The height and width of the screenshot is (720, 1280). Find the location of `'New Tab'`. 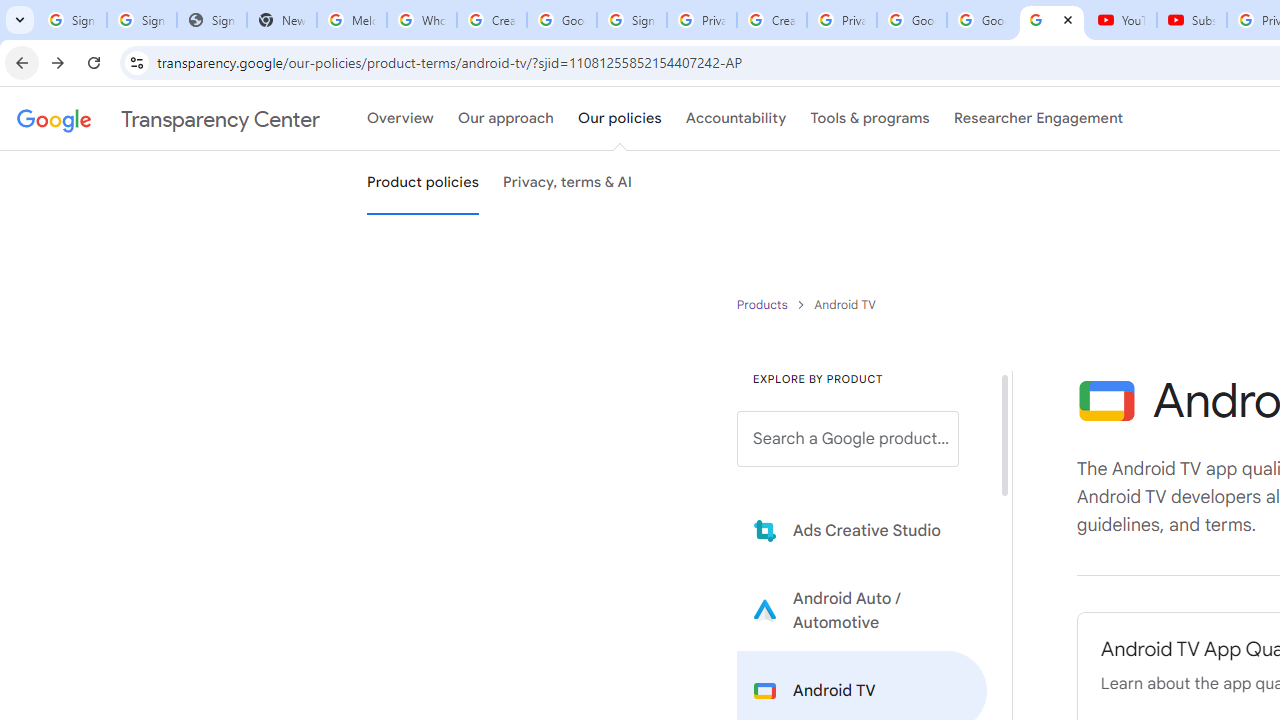

'New Tab' is located at coordinates (281, 20).